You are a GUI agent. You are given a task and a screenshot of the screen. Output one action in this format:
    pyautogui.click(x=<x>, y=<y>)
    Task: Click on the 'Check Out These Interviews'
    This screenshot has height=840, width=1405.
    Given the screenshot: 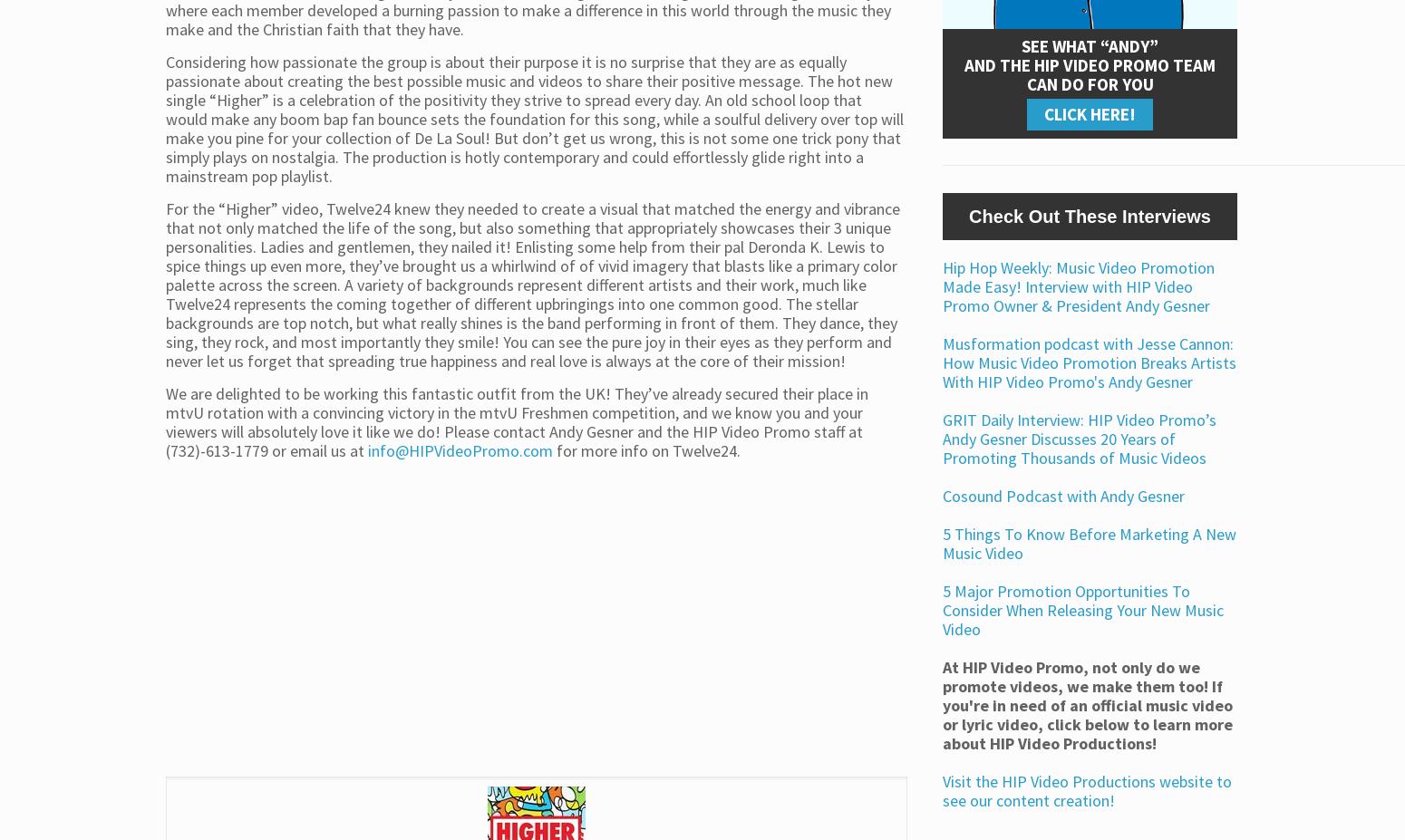 What is the action you would take?
    pyautogui.click(x=1090, y=215)
    